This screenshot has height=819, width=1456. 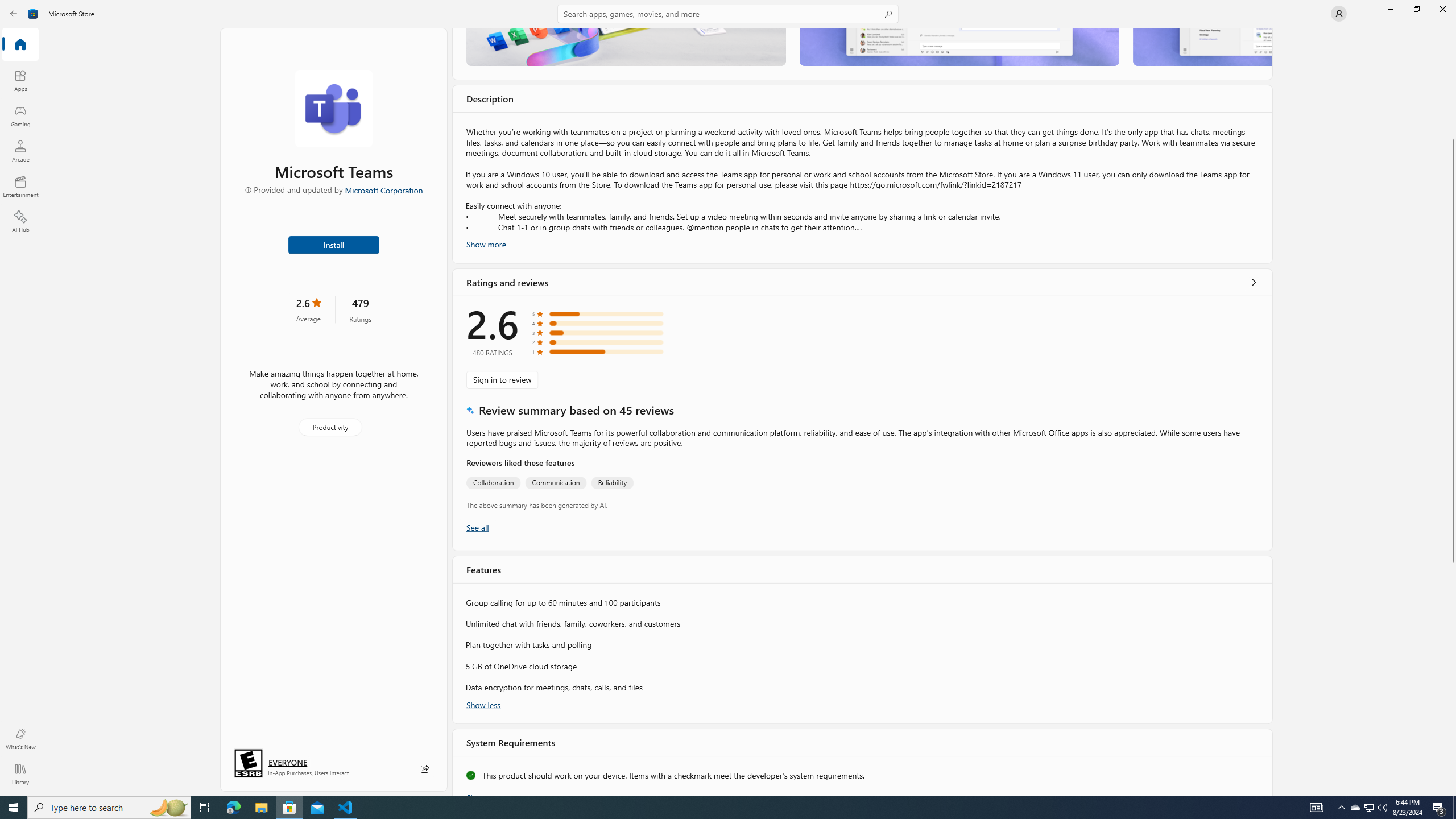 What do you see at coordinates (19, 185) in the screenshot?
I see `'Entertainment'` at bounding box center [19, 185].